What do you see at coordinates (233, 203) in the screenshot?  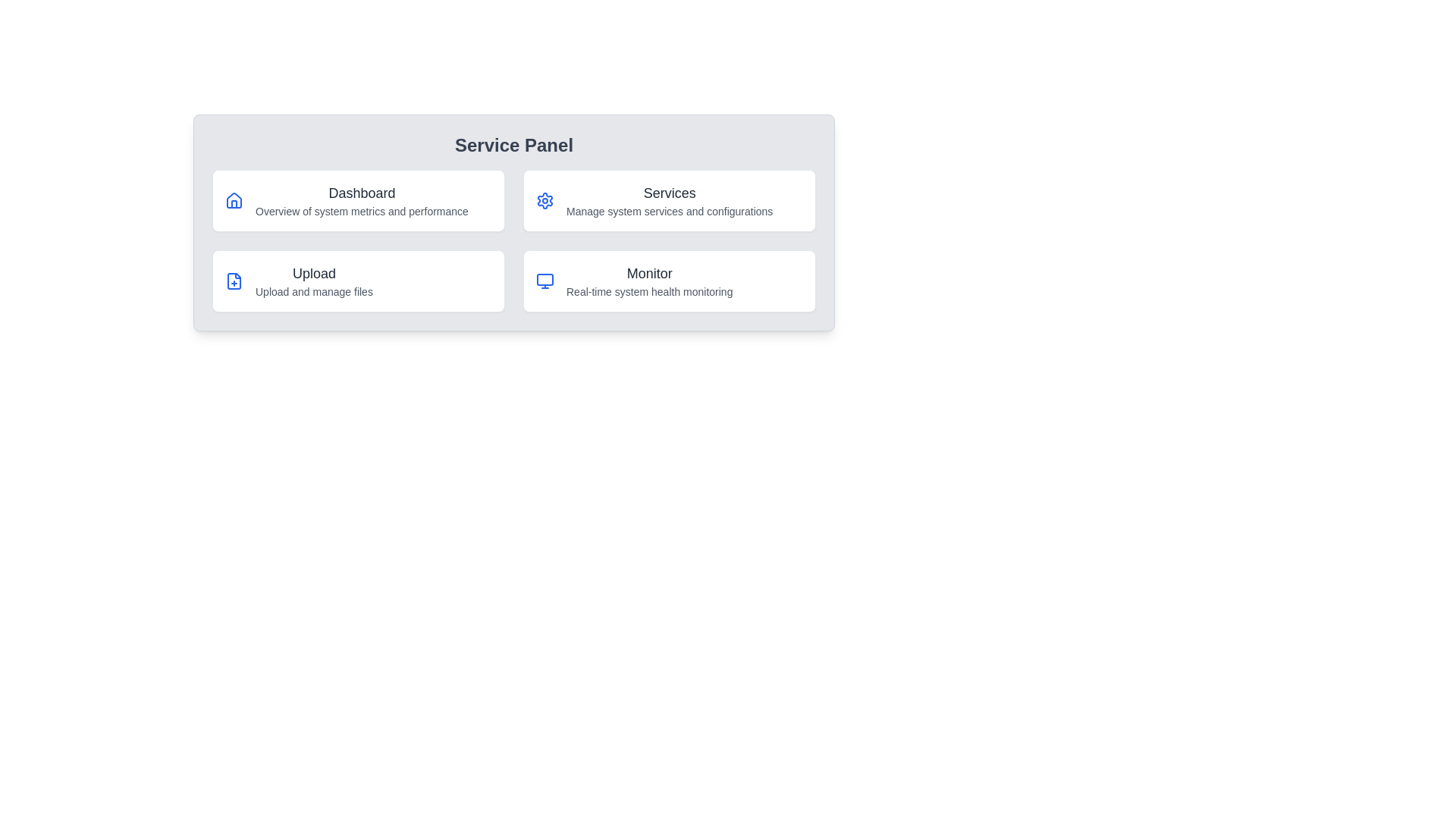 I see `the visual part of the house icon, which symbolizes a building and is located at the base of the house icon to the left of the 'Dashboard' text within the 'Dashboard' card` at bounding box center [233, 203].